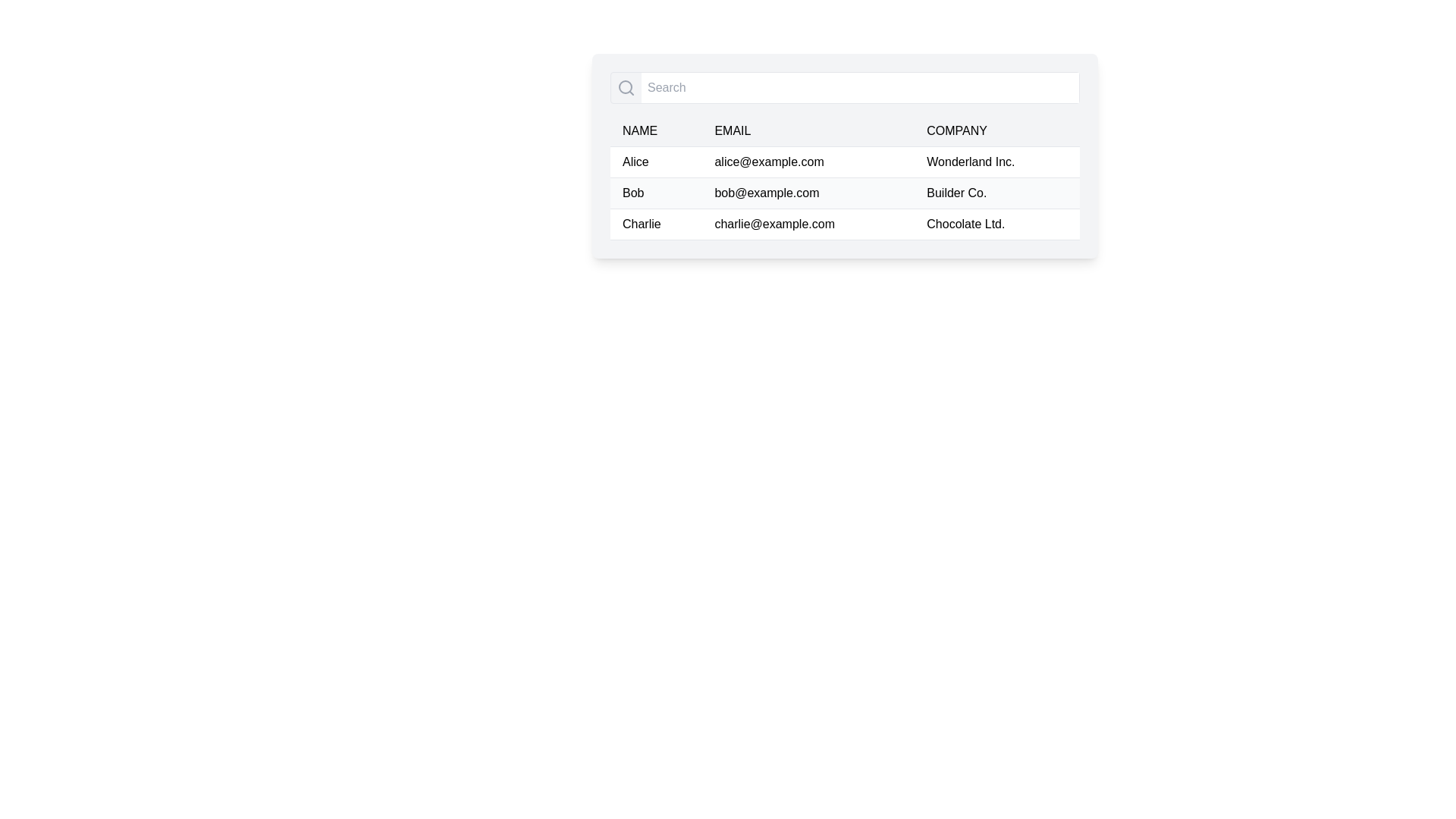  I want to click on text content of the first column header in the table, which indicates that the data under it pertains to names, so click(640, 130).